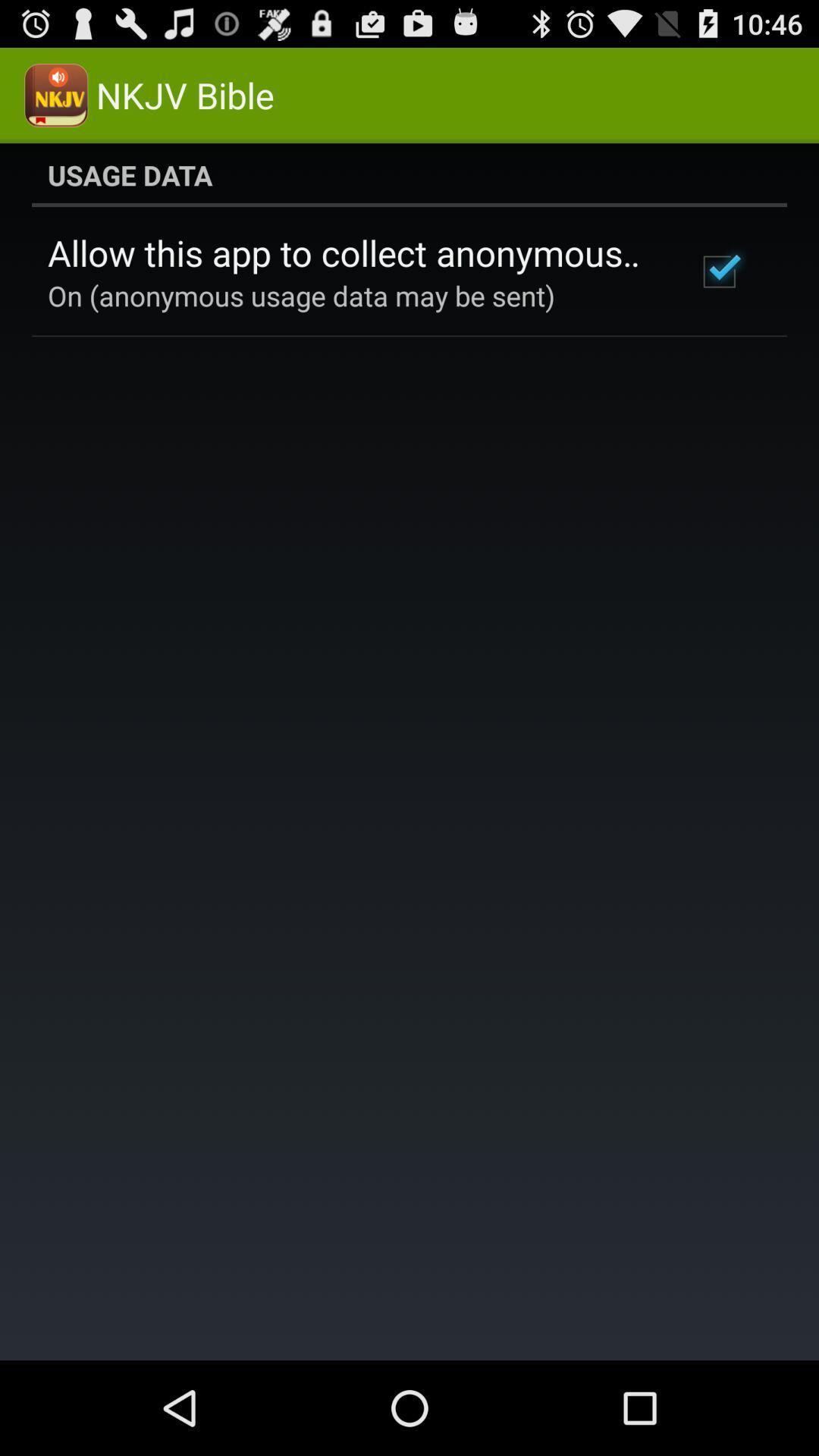  What do you see at coordinates (351, 253) in the screenshot?
I see `item above on anonymous usage item` at bounding box center [351, 253].